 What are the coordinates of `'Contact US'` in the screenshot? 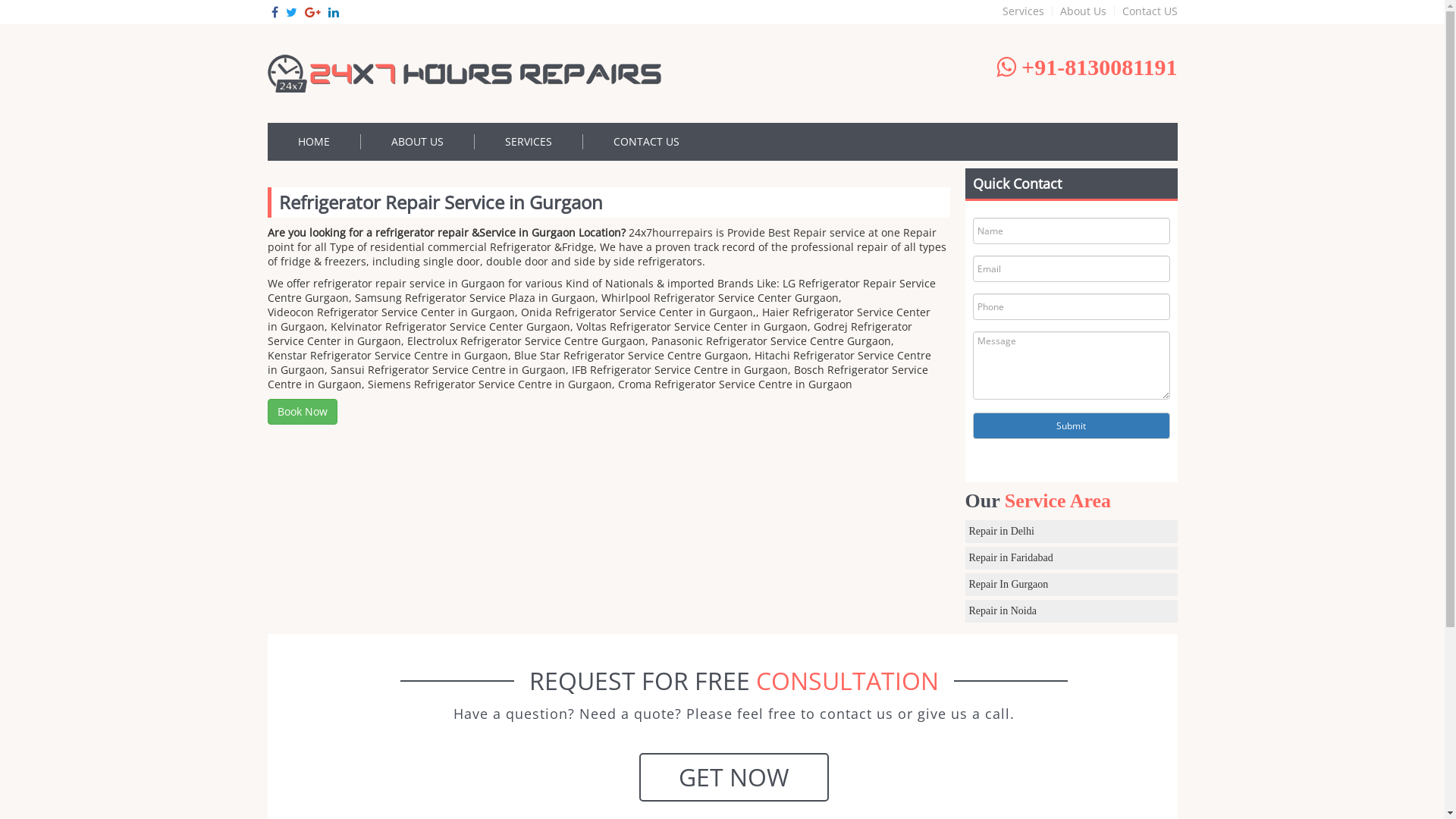 It's located at (1146, 11).